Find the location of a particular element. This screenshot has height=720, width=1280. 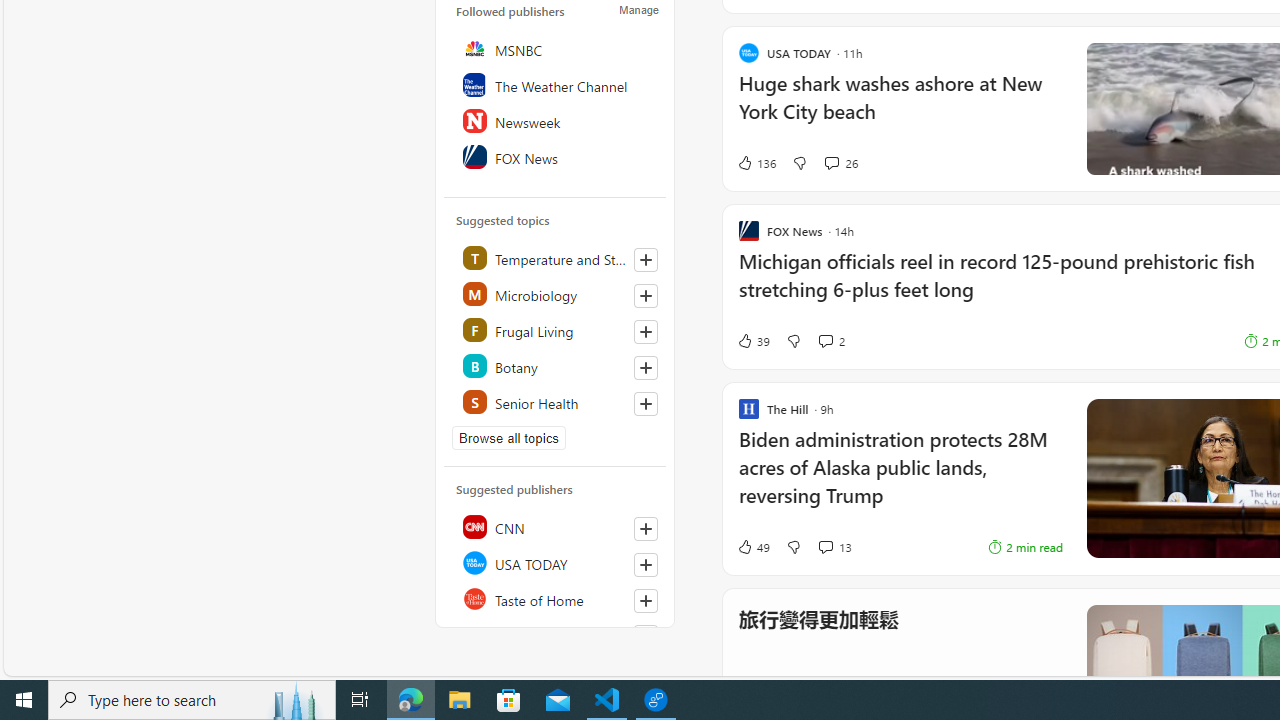

'View comments 26 Comment' is located at coordinates (831, 162).